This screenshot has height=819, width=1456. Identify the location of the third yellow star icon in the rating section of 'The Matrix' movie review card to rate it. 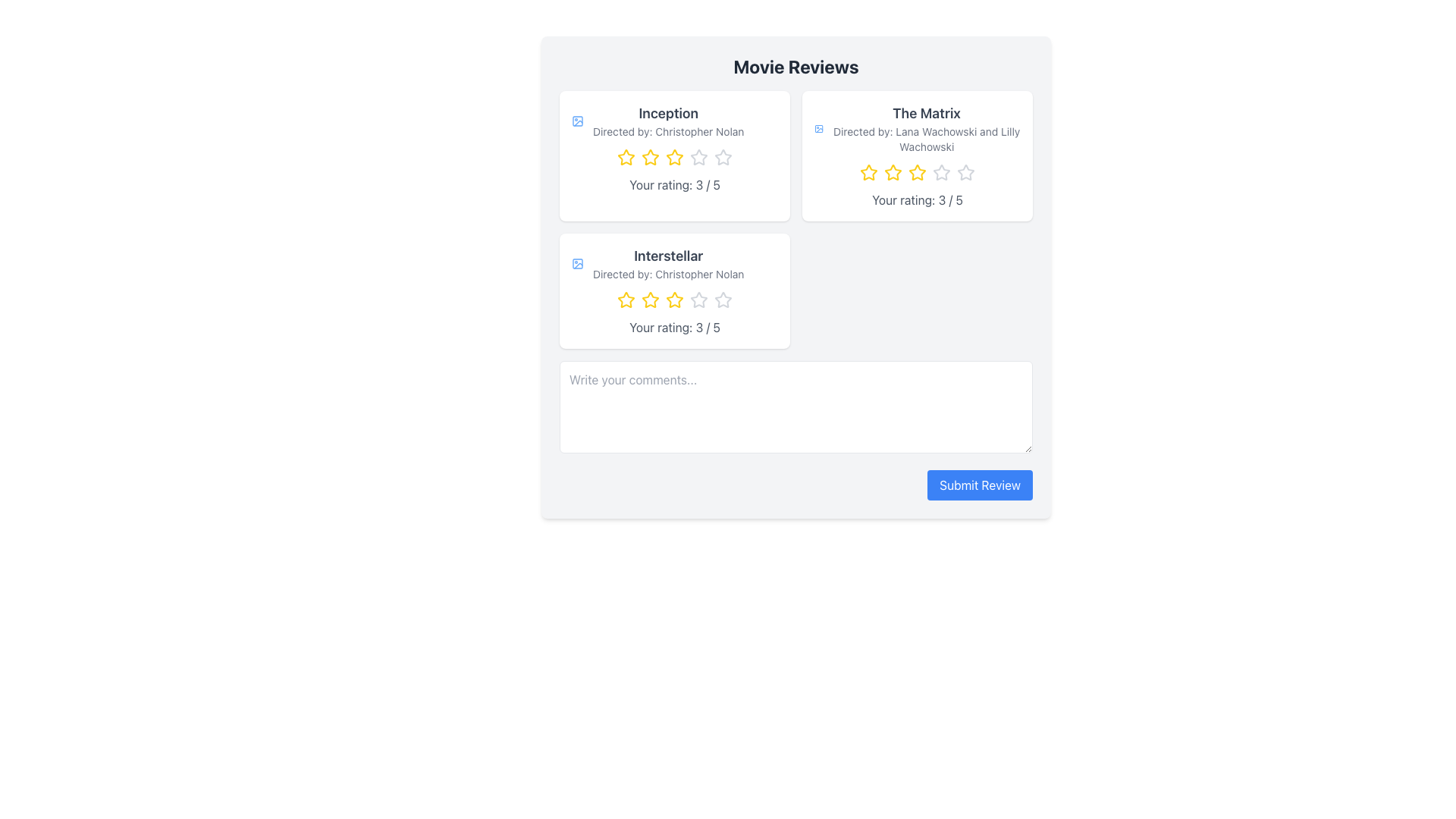
(916, 171).